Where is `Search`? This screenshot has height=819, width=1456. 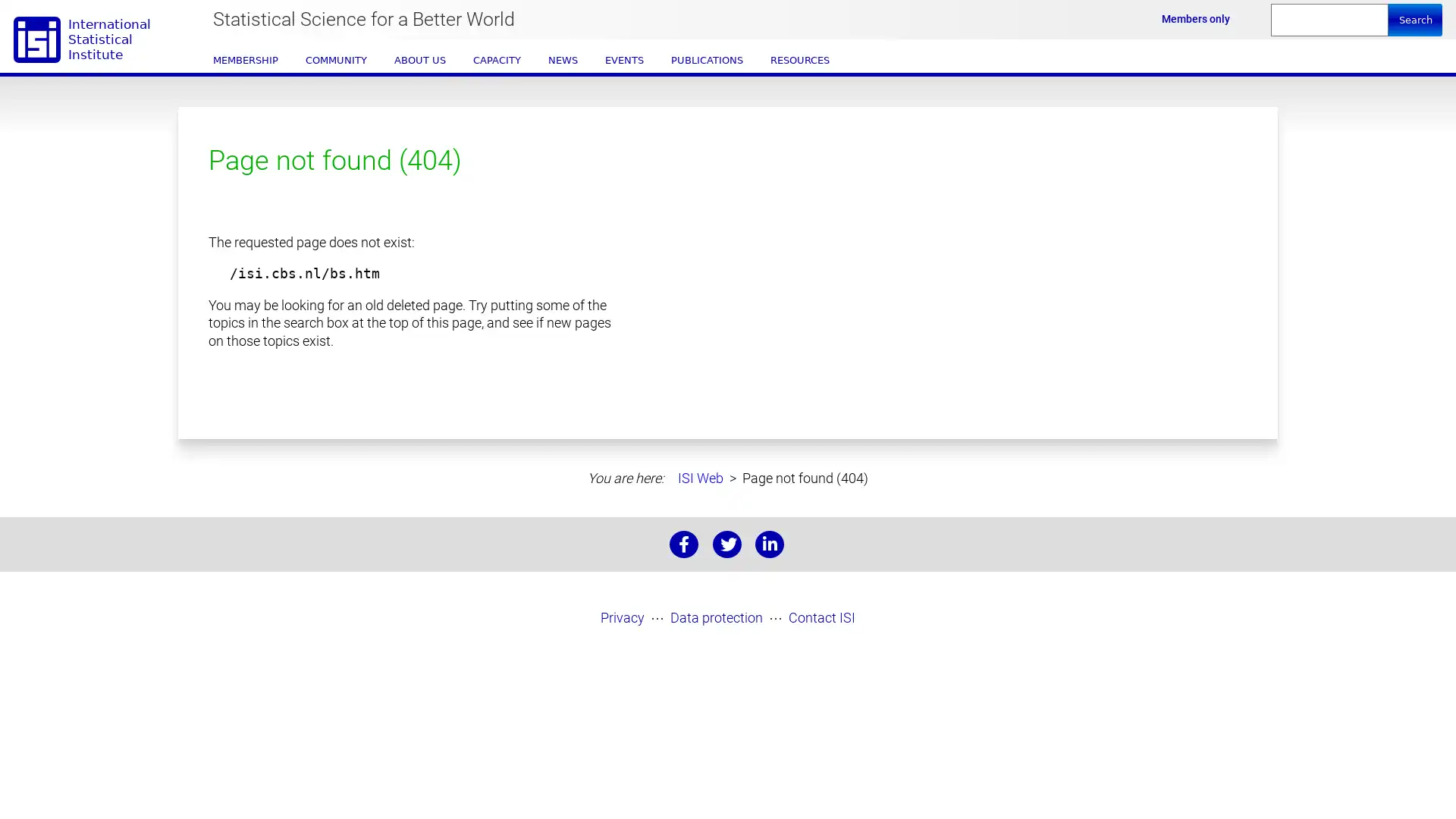
Search is located at coordinates (1414, 20).